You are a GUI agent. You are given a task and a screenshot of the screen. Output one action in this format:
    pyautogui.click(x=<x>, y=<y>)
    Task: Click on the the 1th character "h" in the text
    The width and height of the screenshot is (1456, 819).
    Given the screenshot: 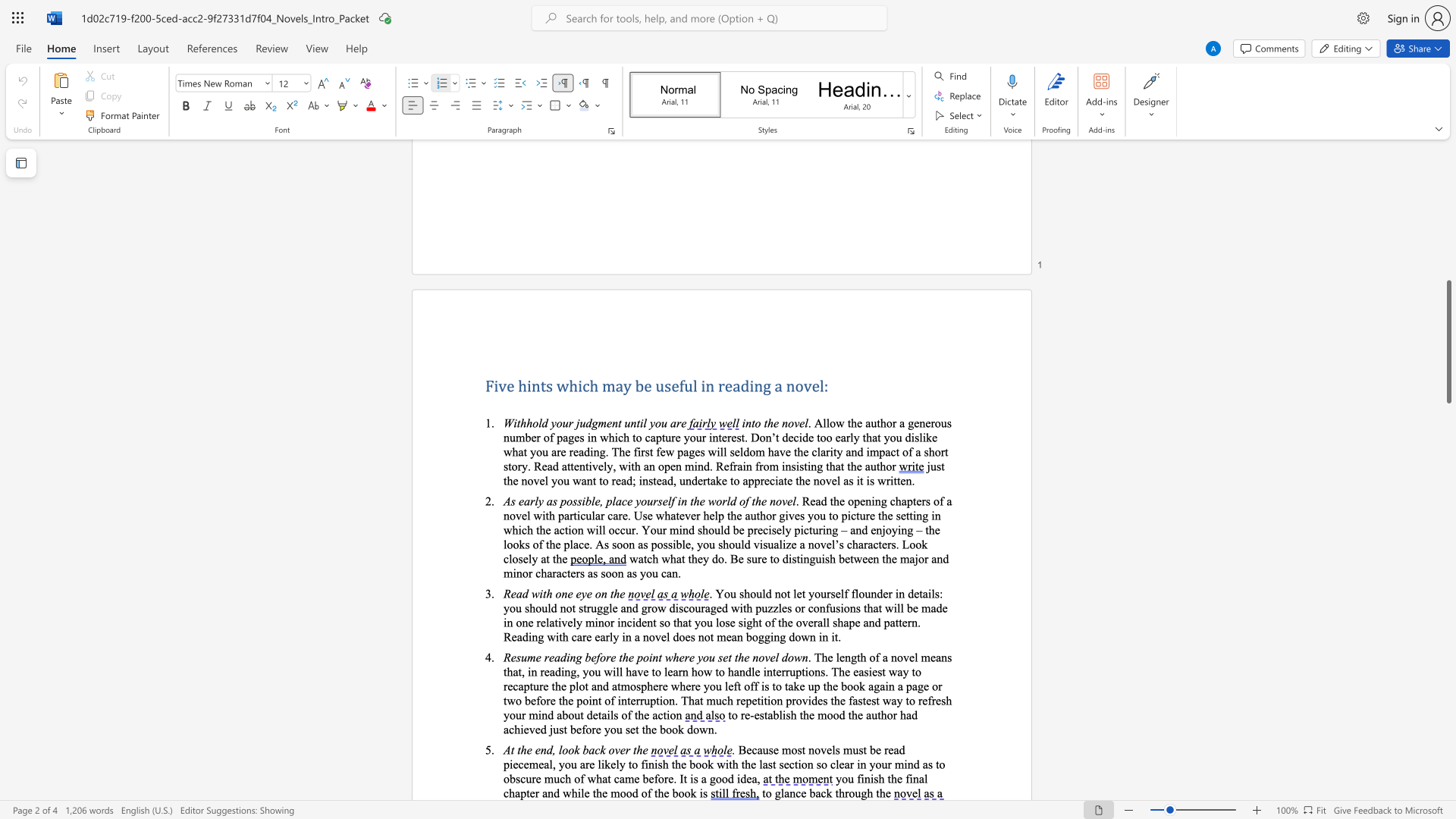 What is the action you would take?
    pyautogui.click(x=573, y=792)
    